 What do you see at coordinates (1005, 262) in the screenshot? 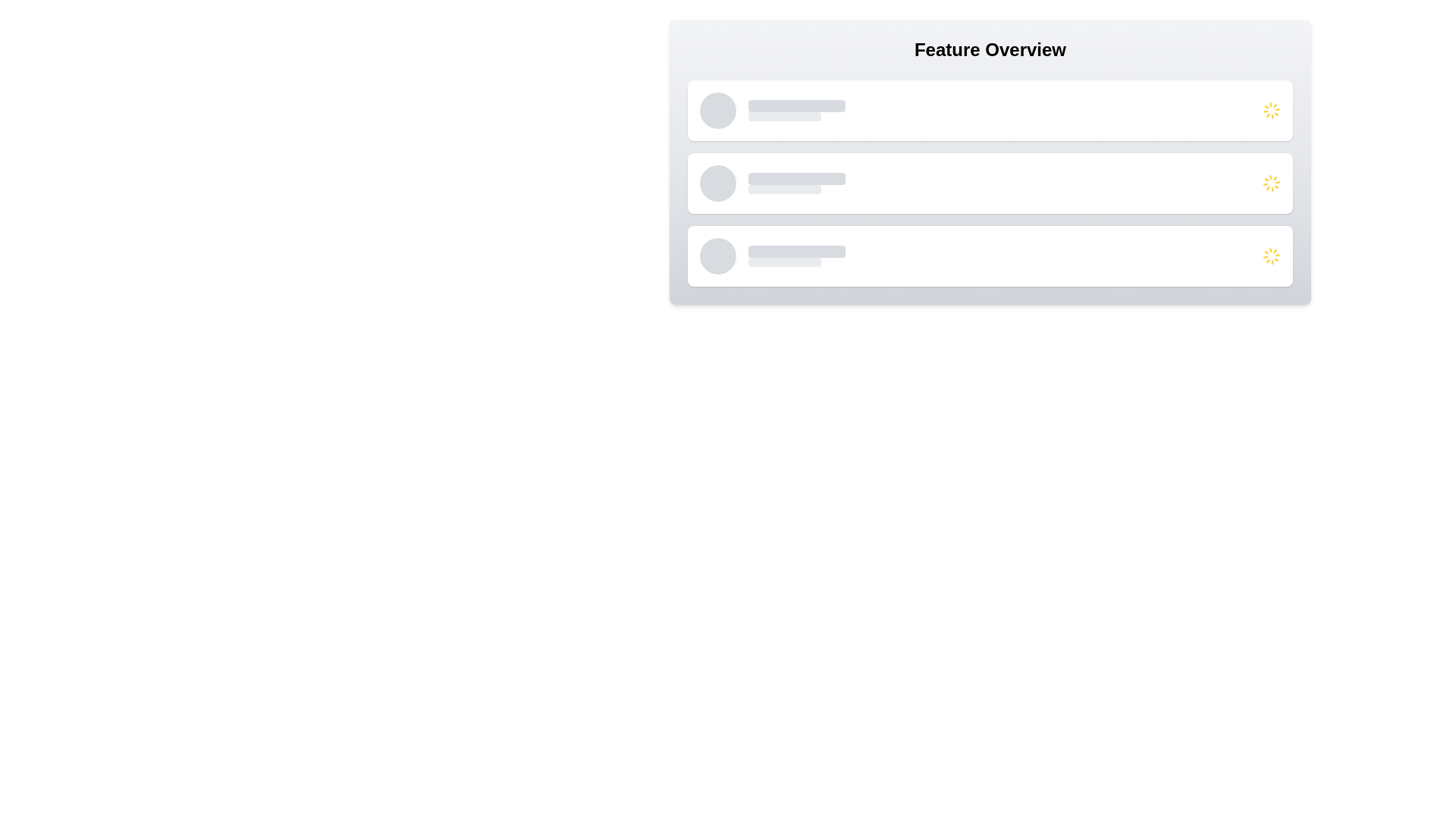
I see `the visual placeholder (animated shimmer bar) located in the third row of the vertically arranged list, which indicates content that is yet to be loaded` at bounding box center [1005, 262].